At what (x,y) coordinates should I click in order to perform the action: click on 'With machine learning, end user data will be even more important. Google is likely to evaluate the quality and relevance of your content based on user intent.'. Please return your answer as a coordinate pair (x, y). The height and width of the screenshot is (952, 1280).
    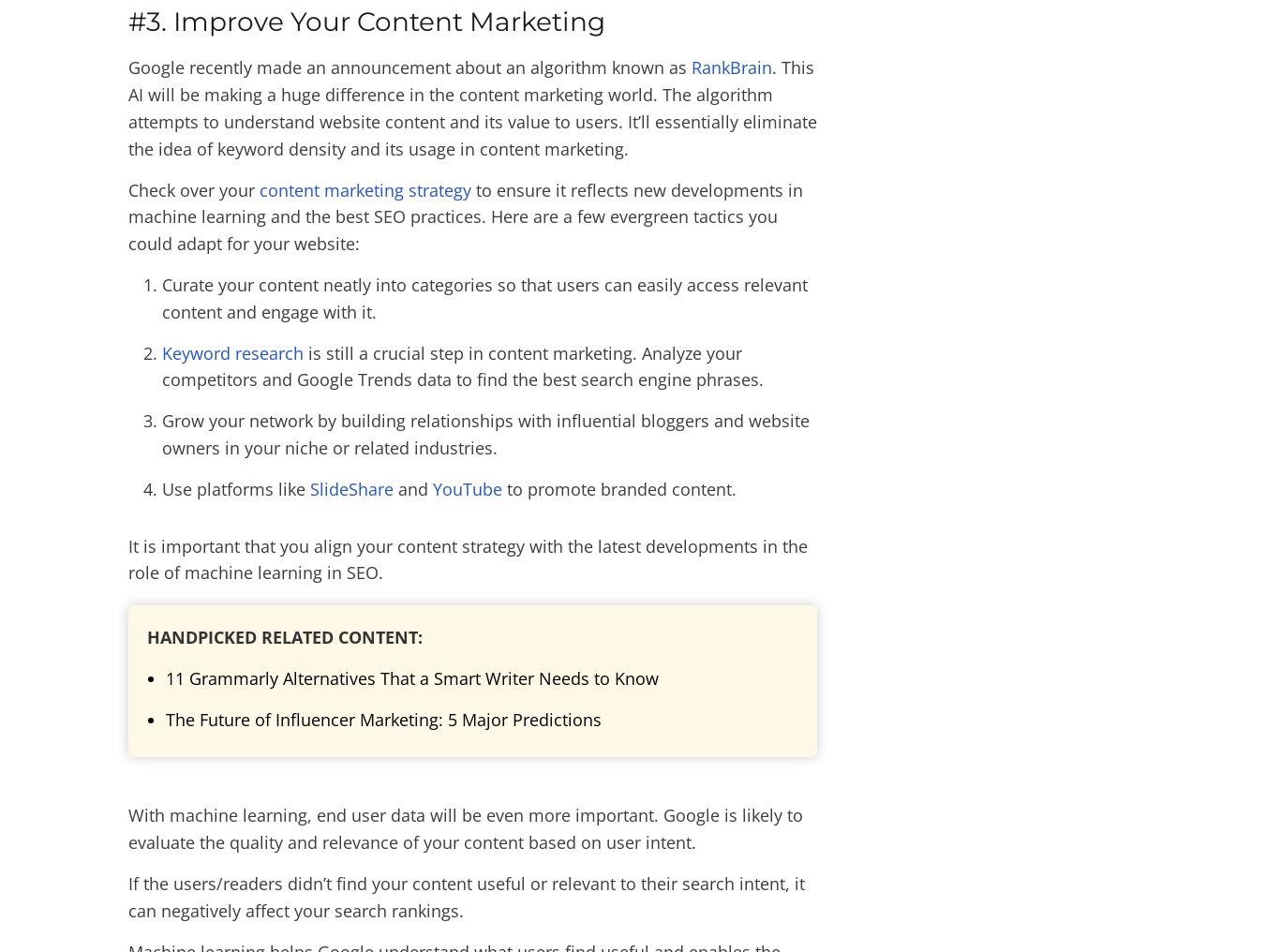
    Looking at the image, I should click on (127, 828).